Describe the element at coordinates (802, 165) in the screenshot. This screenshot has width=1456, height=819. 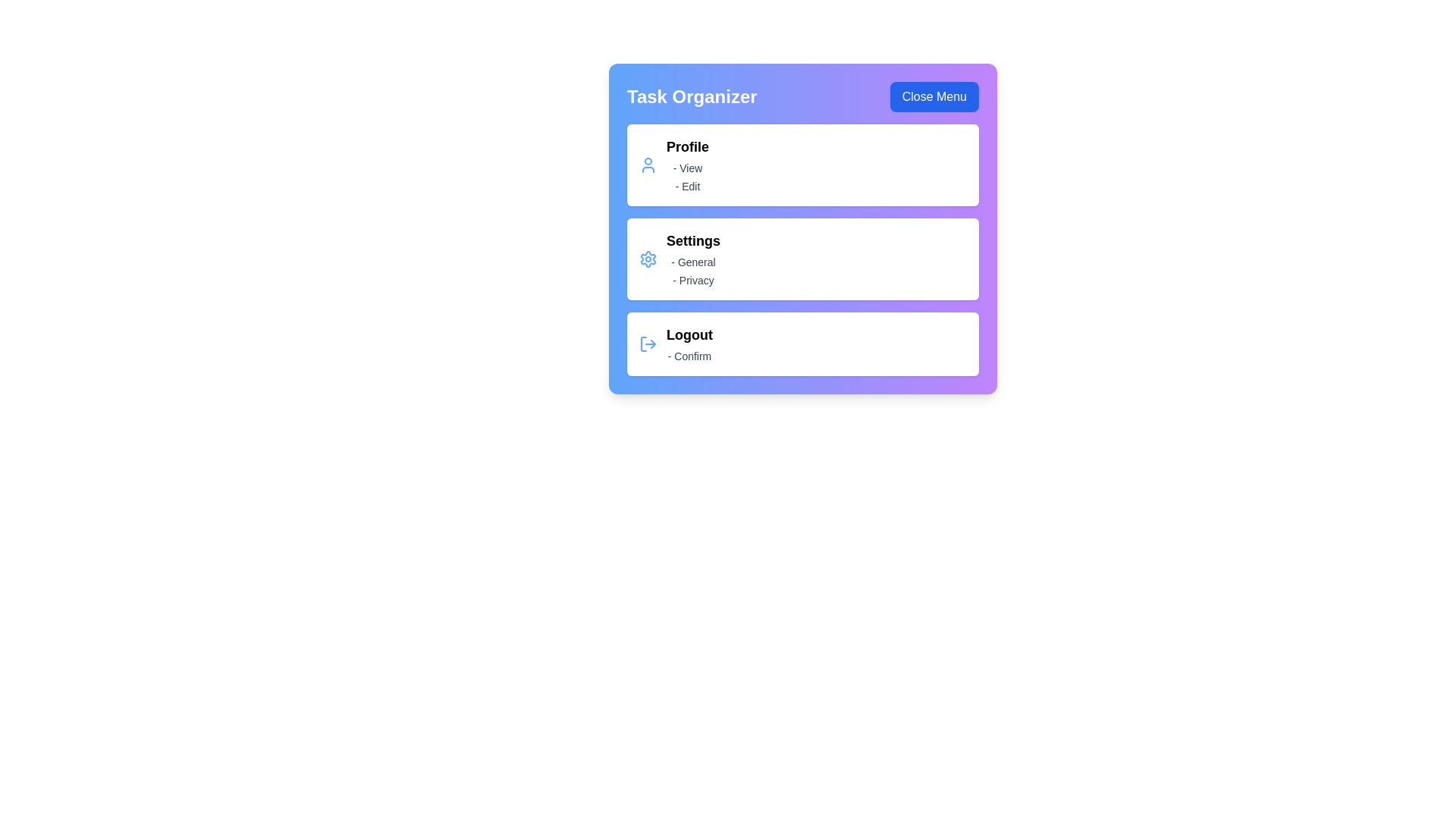
I see `the menu item Profile by clicking on it` at that location.